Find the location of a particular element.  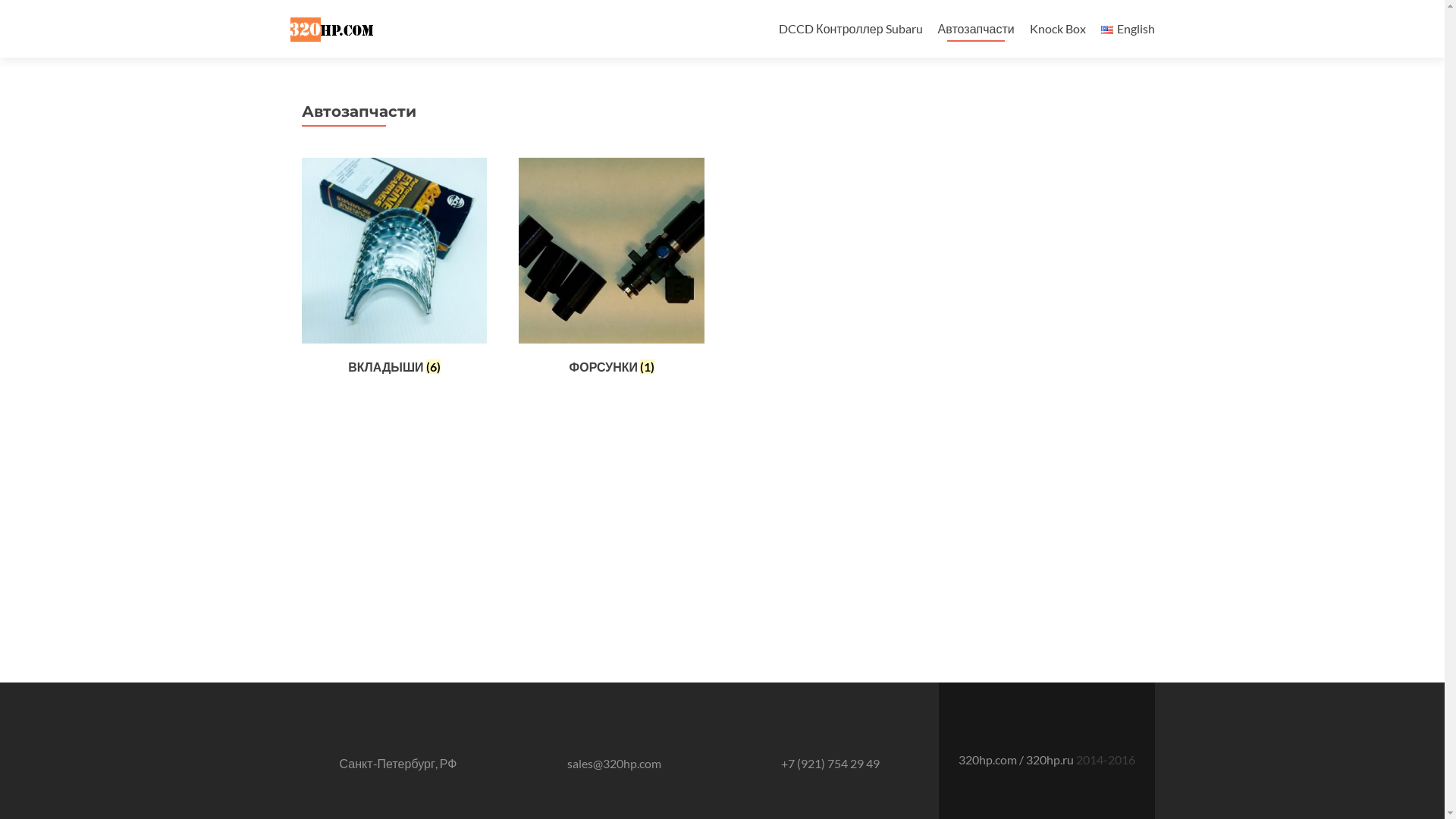

'English' is located at coordinates (1128, 28).